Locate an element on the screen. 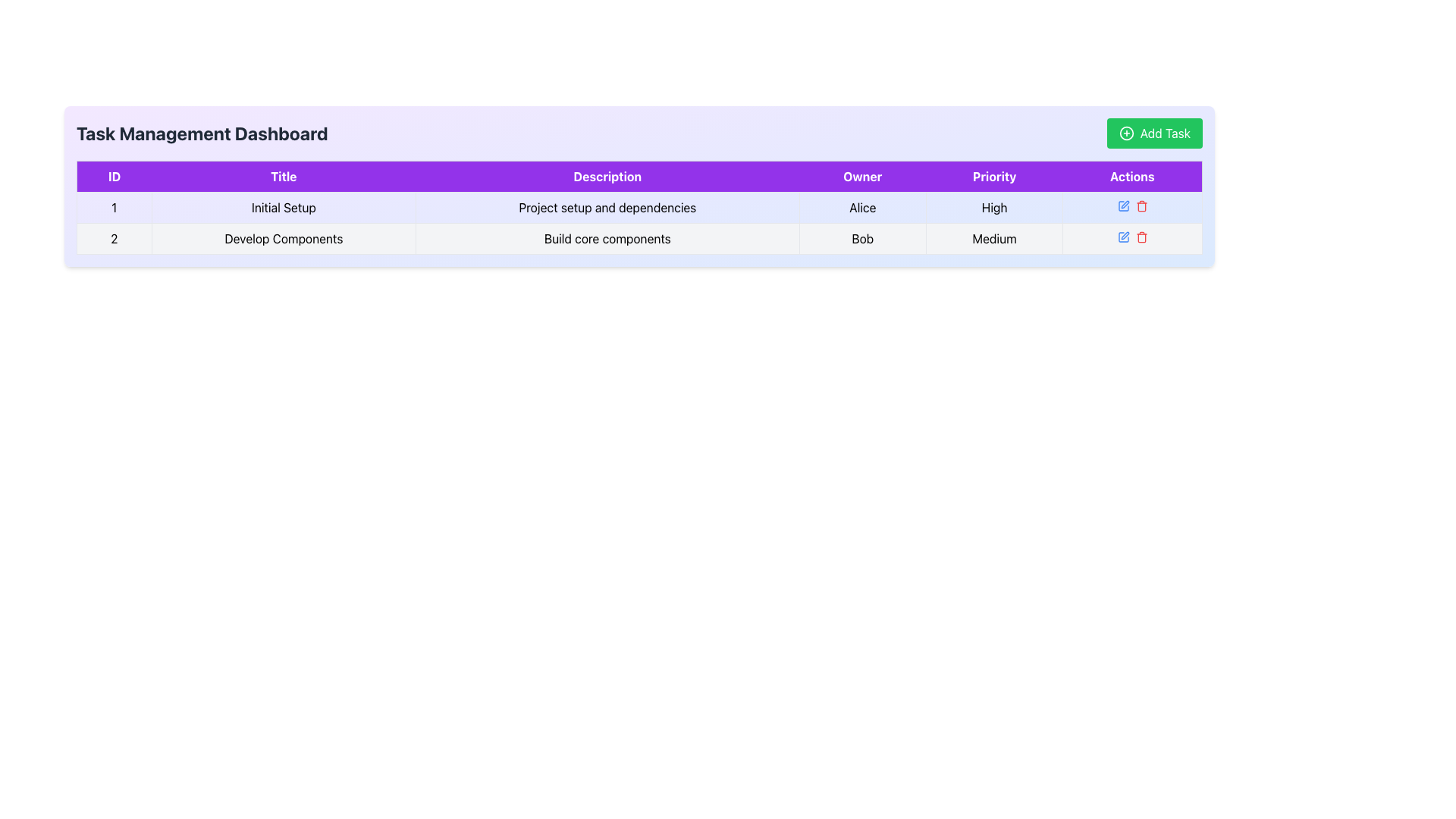  the circular icon with a plus sign located in the top-right corner of the interface is located at coordinates (1126, 133).